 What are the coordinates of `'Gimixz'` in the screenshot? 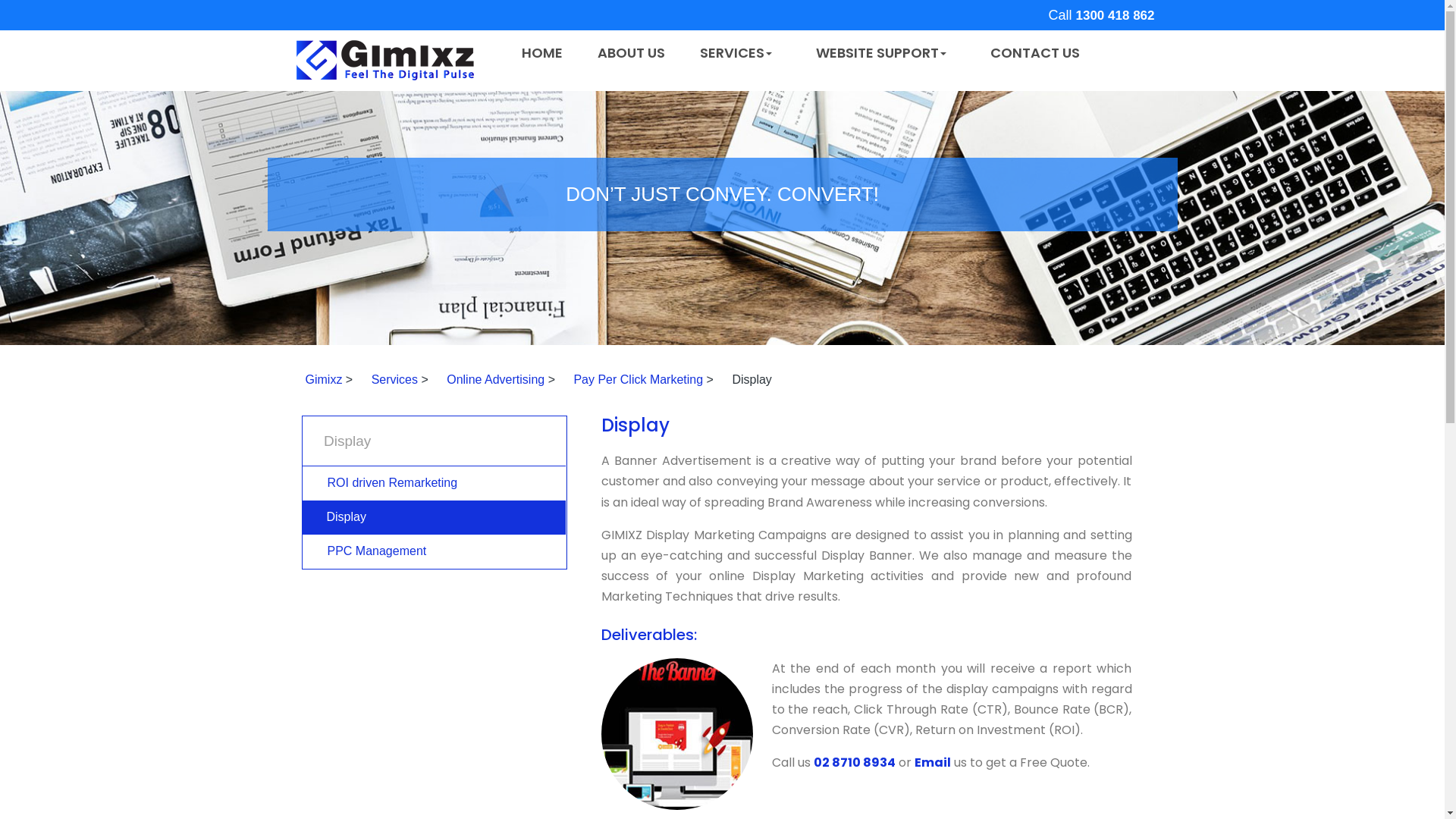 It's located at (297, 378).